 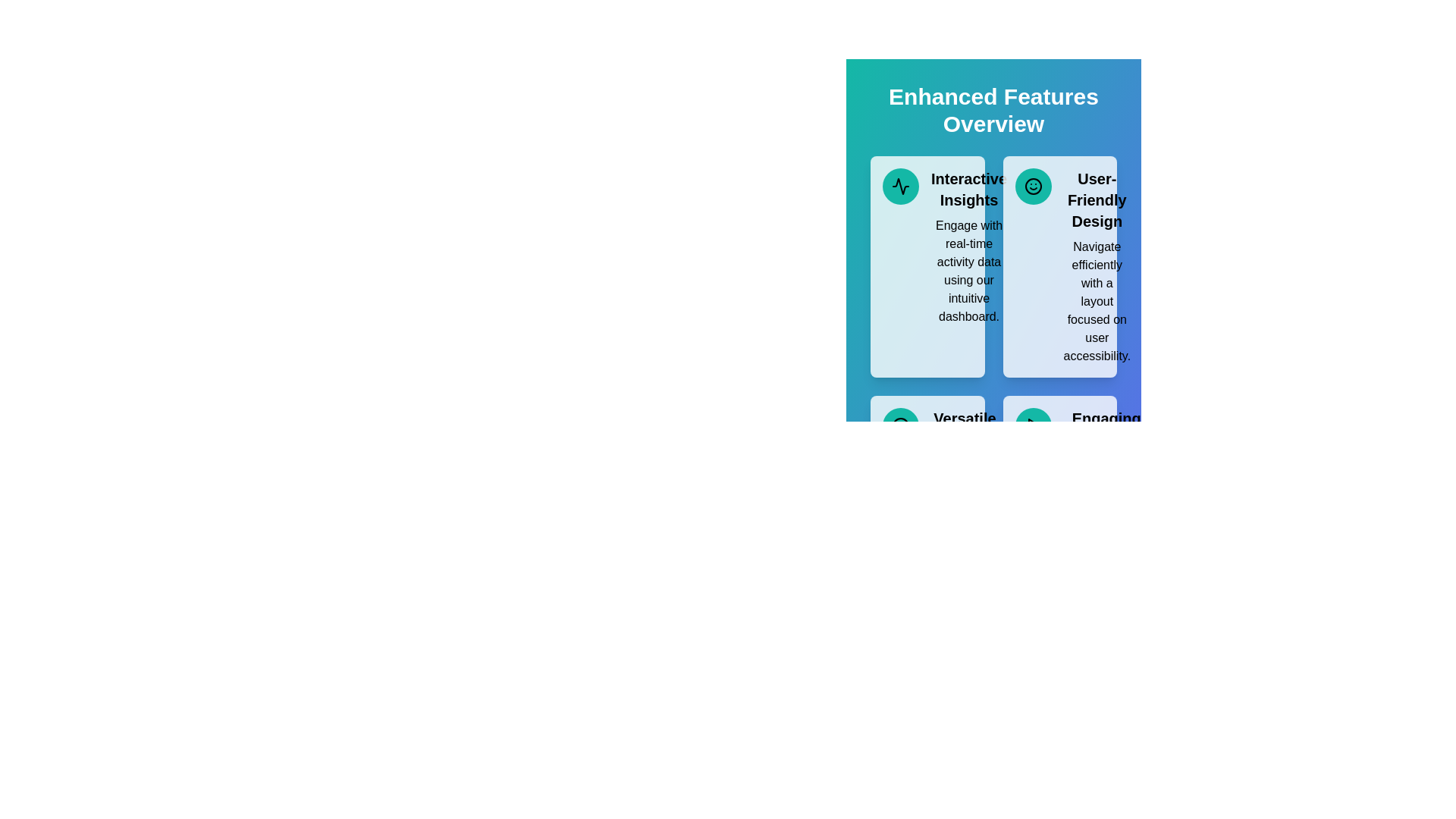 What do you see at coordinates (1097, 301) in the screenshot?
I see `the text label stating 'Navigate efficiently with a layout focused on user accessibility.' which is located below the title 'User-Friendly Design' in the upper-right quadrant of the interface` at bounding box center [1097, 301].